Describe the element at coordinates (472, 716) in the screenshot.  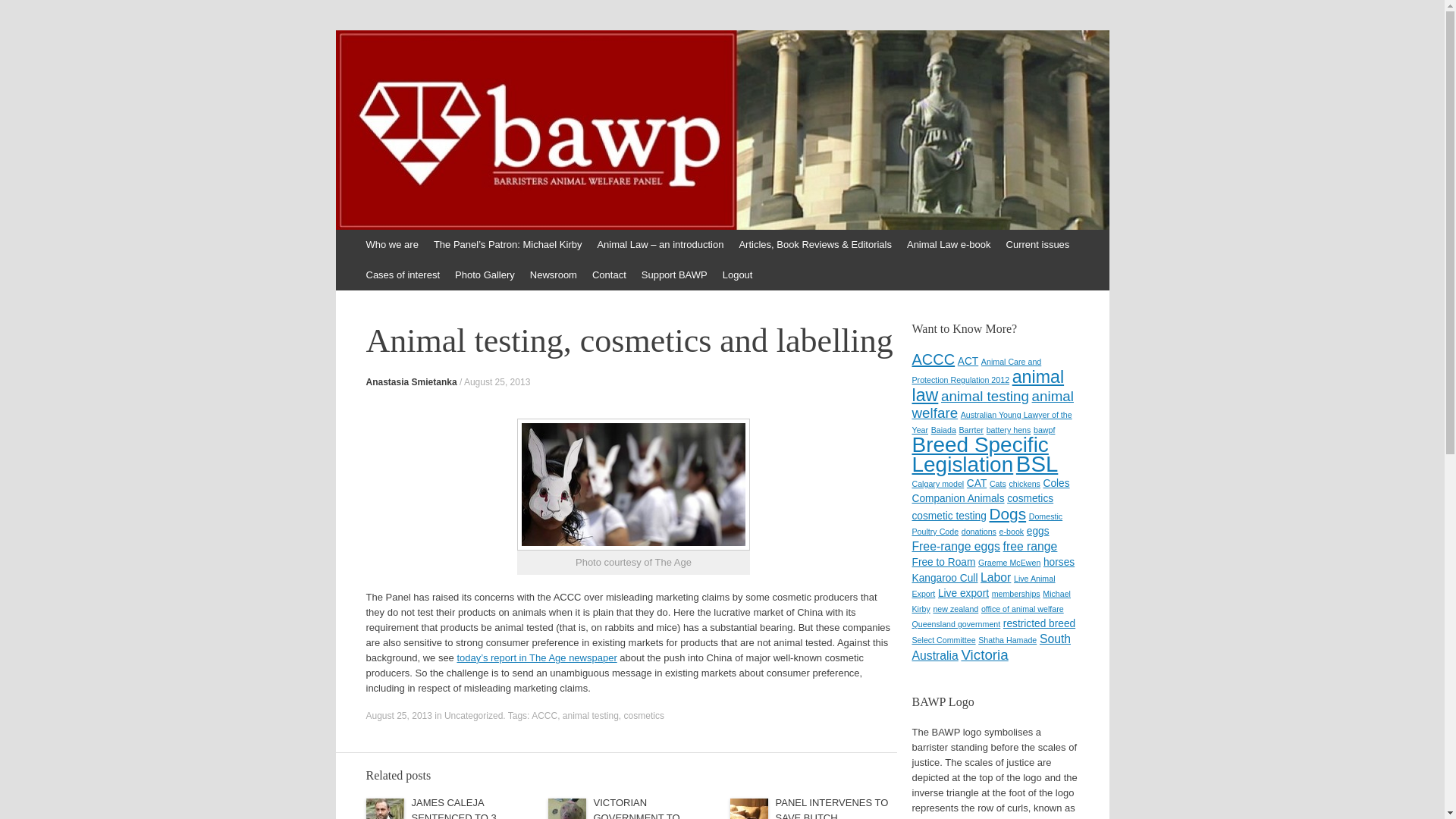
I see `'Uncategorized'` at that location.